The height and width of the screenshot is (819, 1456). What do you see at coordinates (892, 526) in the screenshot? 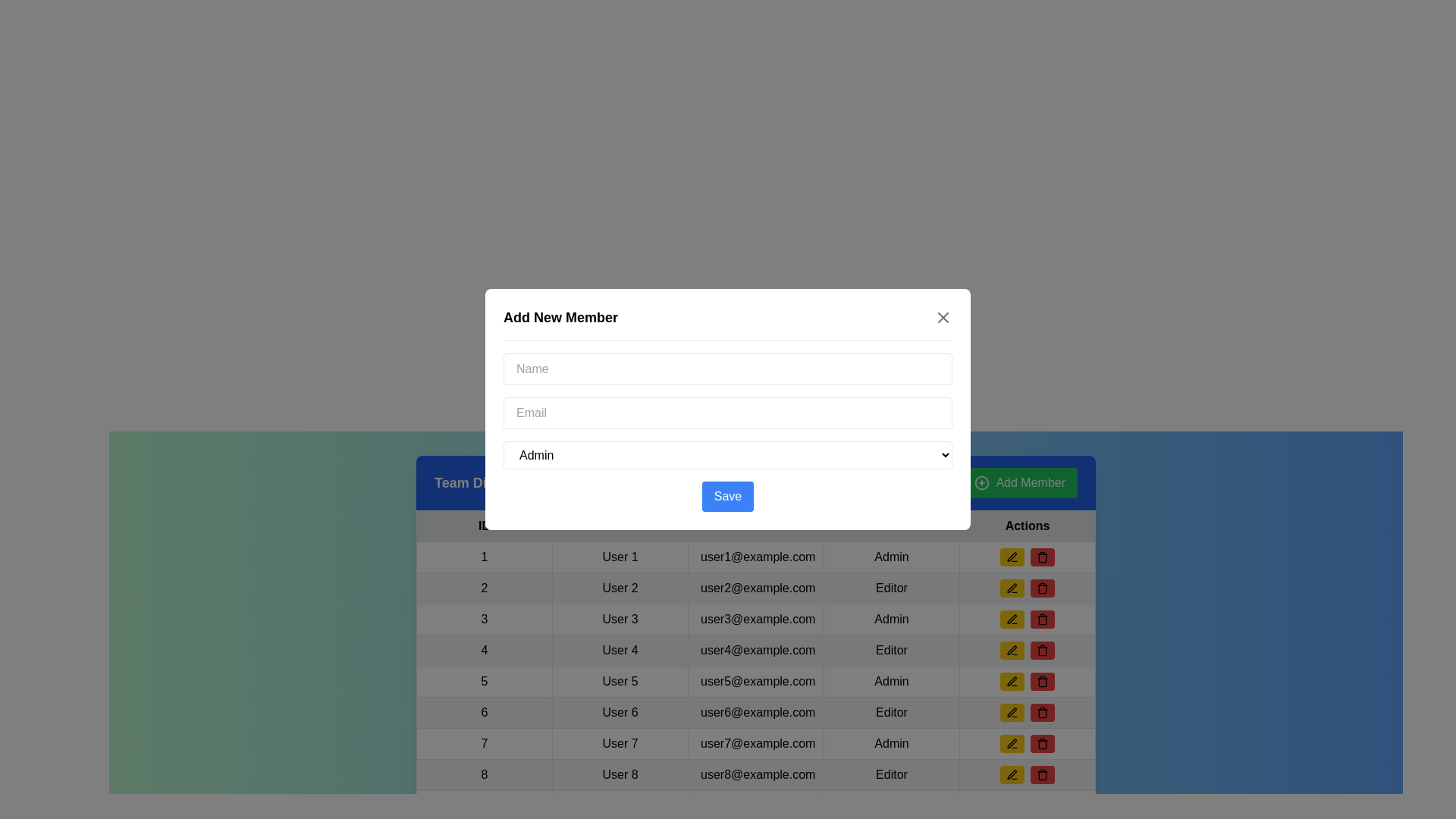
I see `the 'Role' column header in the table, which is the fourth column header positioned to the left of the 'Actions' header` at bounding box center [892, 526].